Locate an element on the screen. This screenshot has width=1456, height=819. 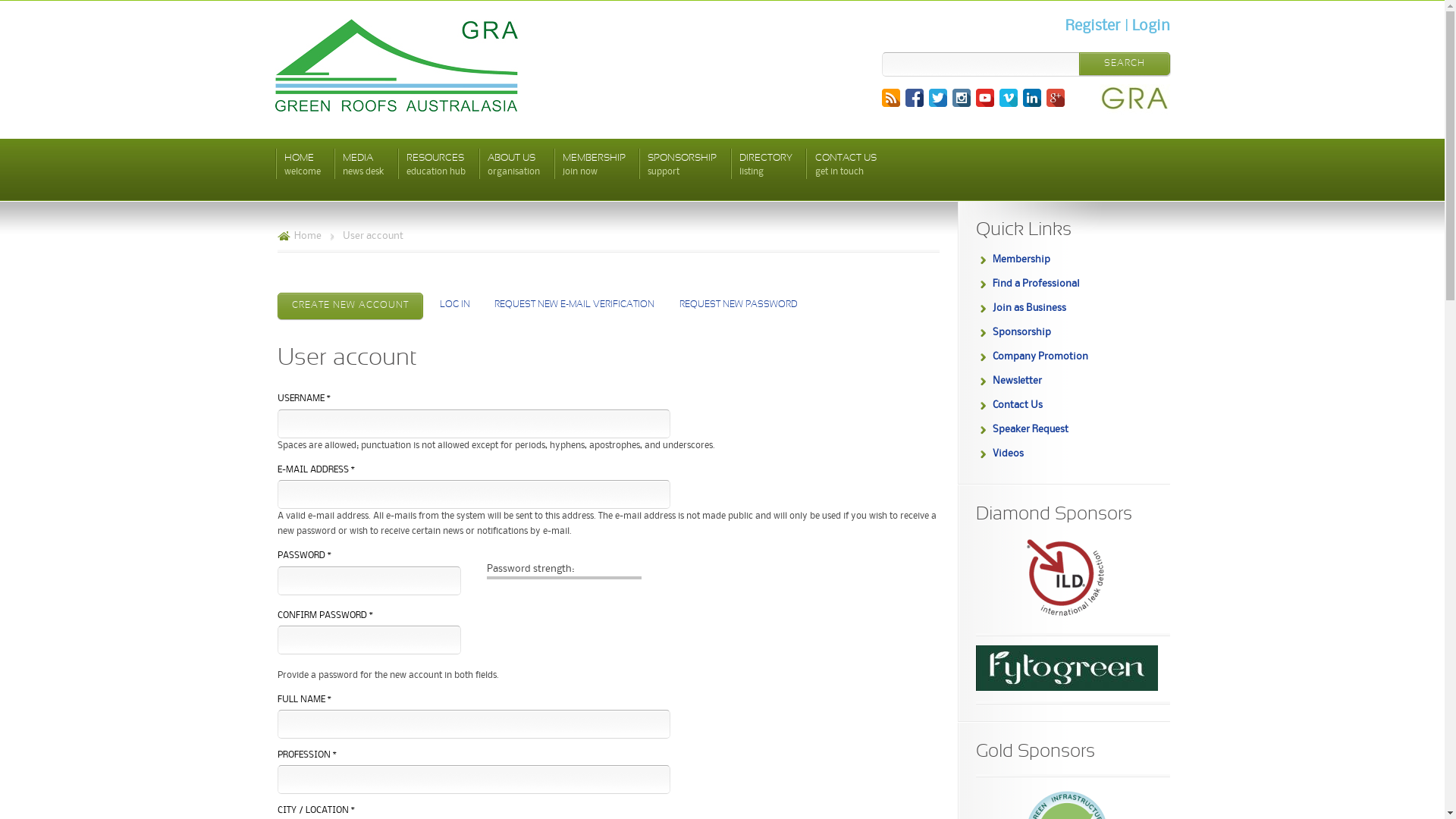
'LinkedIn' is located at coordinates (1033, 99).